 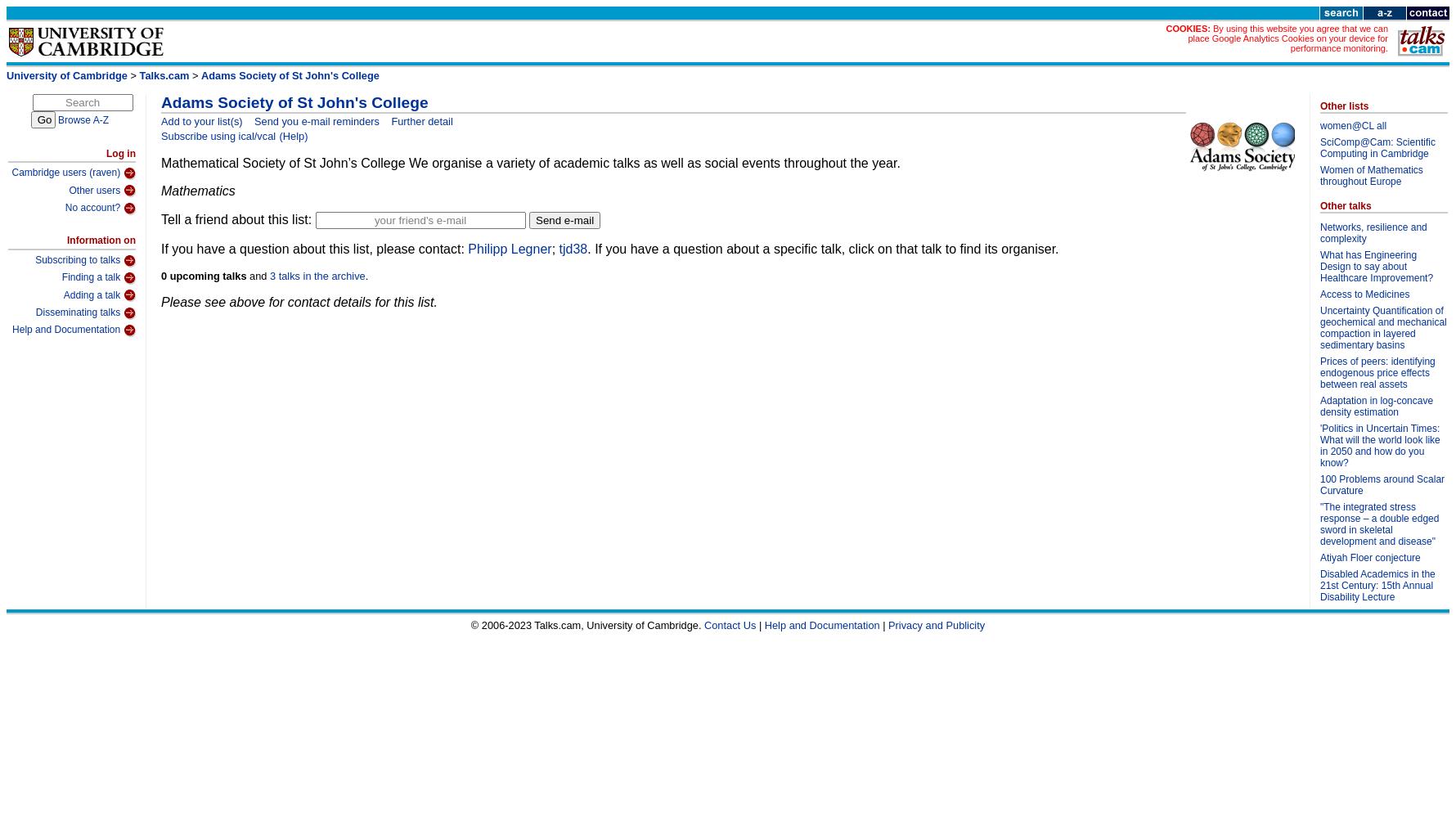 I want to click on 'Add to your list(s)', so click(x=200, y=120).